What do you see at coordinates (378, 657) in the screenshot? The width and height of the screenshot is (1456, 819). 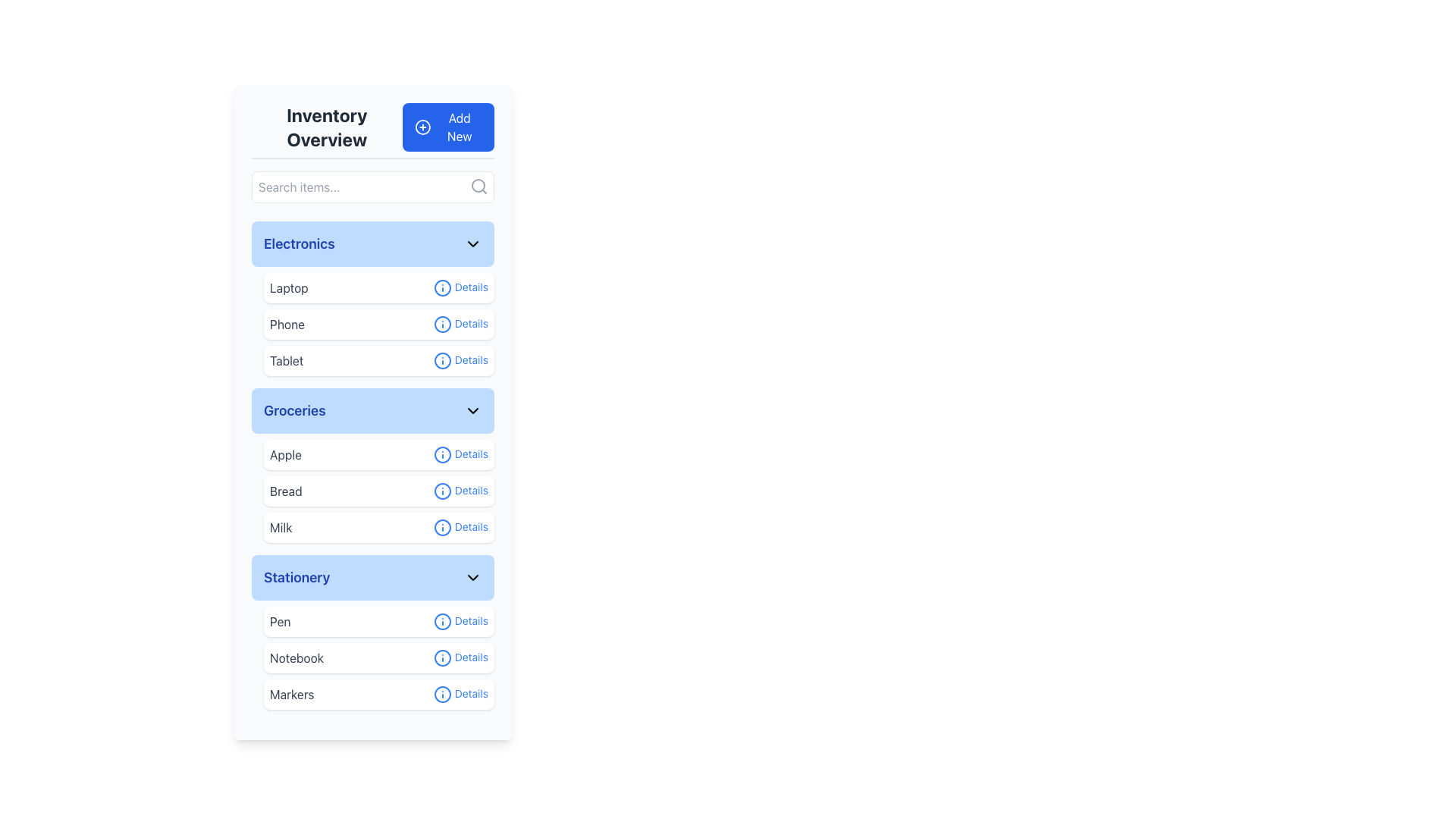 I see `the second item in the 'Stationery' section, which is a clickable list item labeled 'Notebook' with a 'Details' link on the right` at bounding box center [378, 657].